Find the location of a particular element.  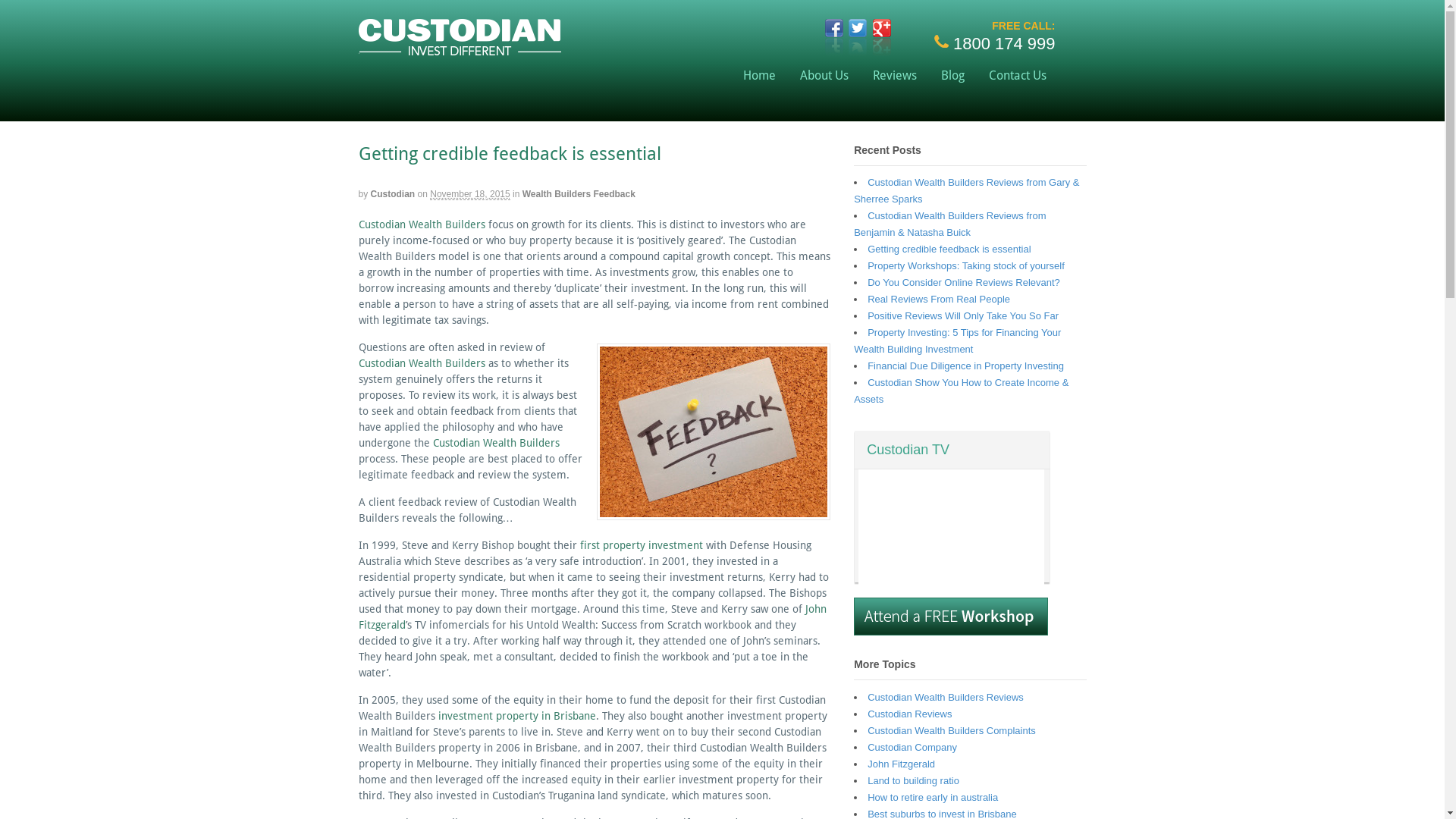

'John Fitzgerald' is located at coordinates (901, 764).